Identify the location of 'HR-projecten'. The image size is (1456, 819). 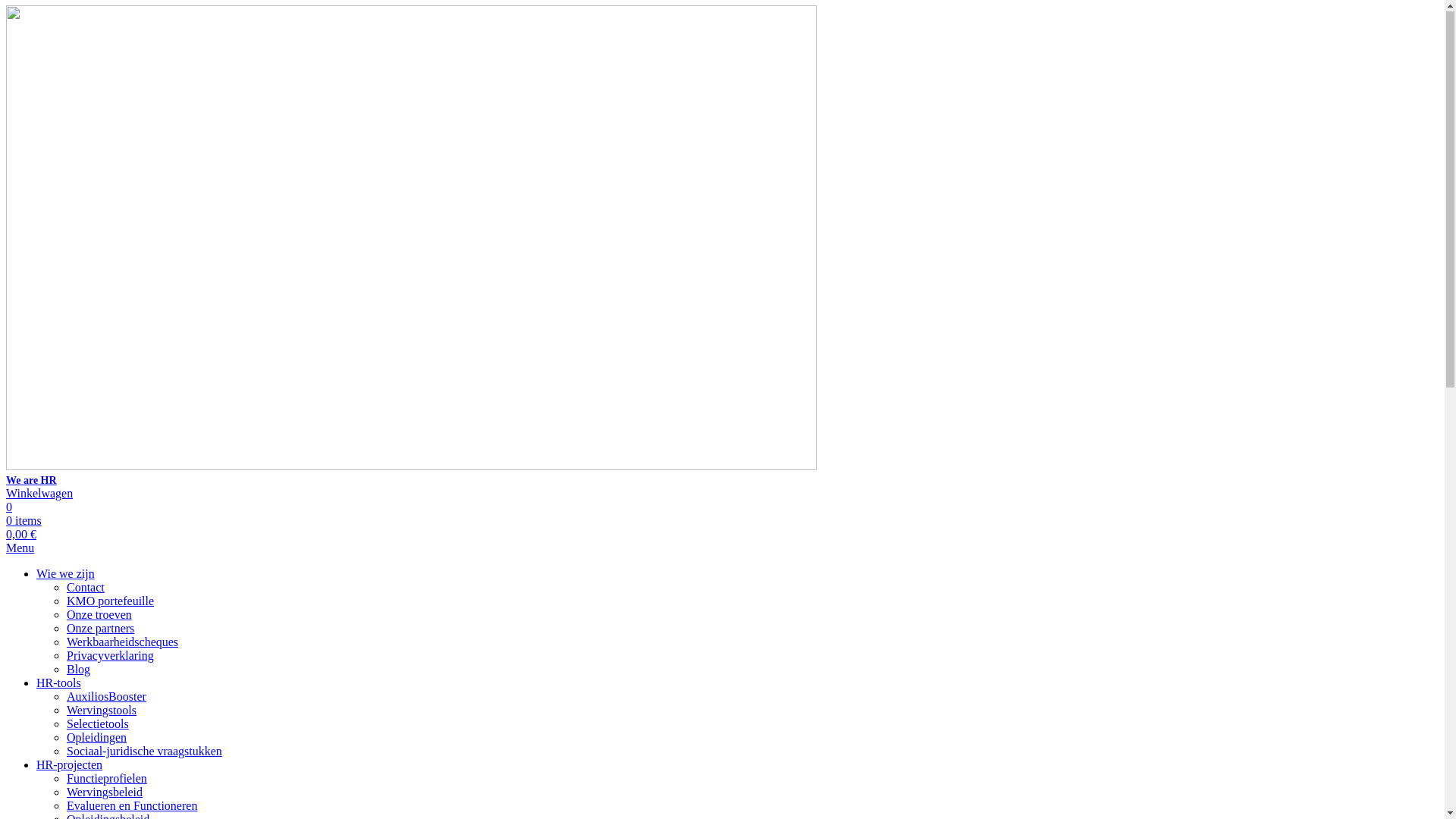
(68, 765).